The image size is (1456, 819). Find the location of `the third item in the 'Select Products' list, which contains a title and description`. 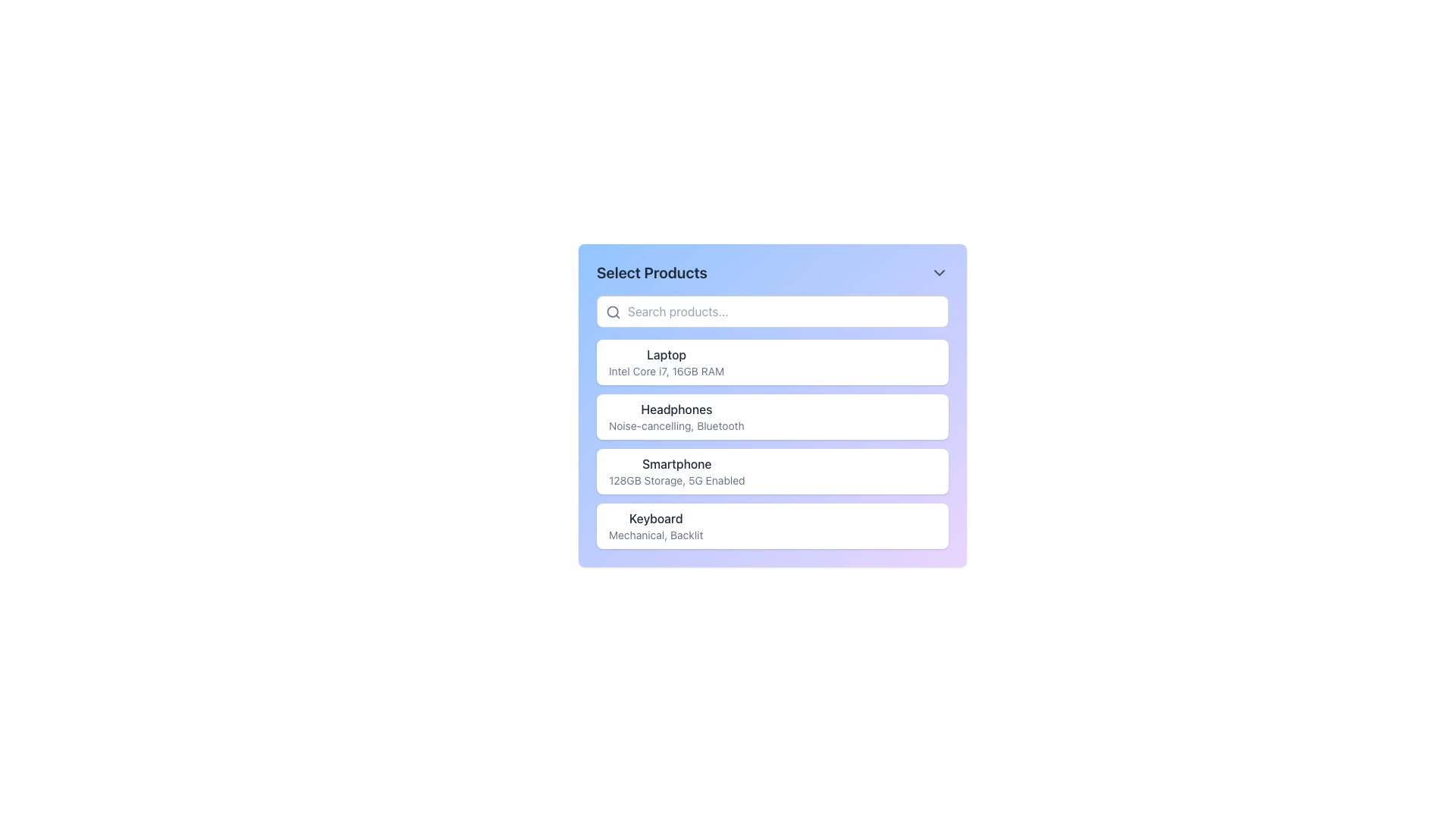

the third item in the 'Select Products' list, which contains a title and description is located at coordinates (772, 444).